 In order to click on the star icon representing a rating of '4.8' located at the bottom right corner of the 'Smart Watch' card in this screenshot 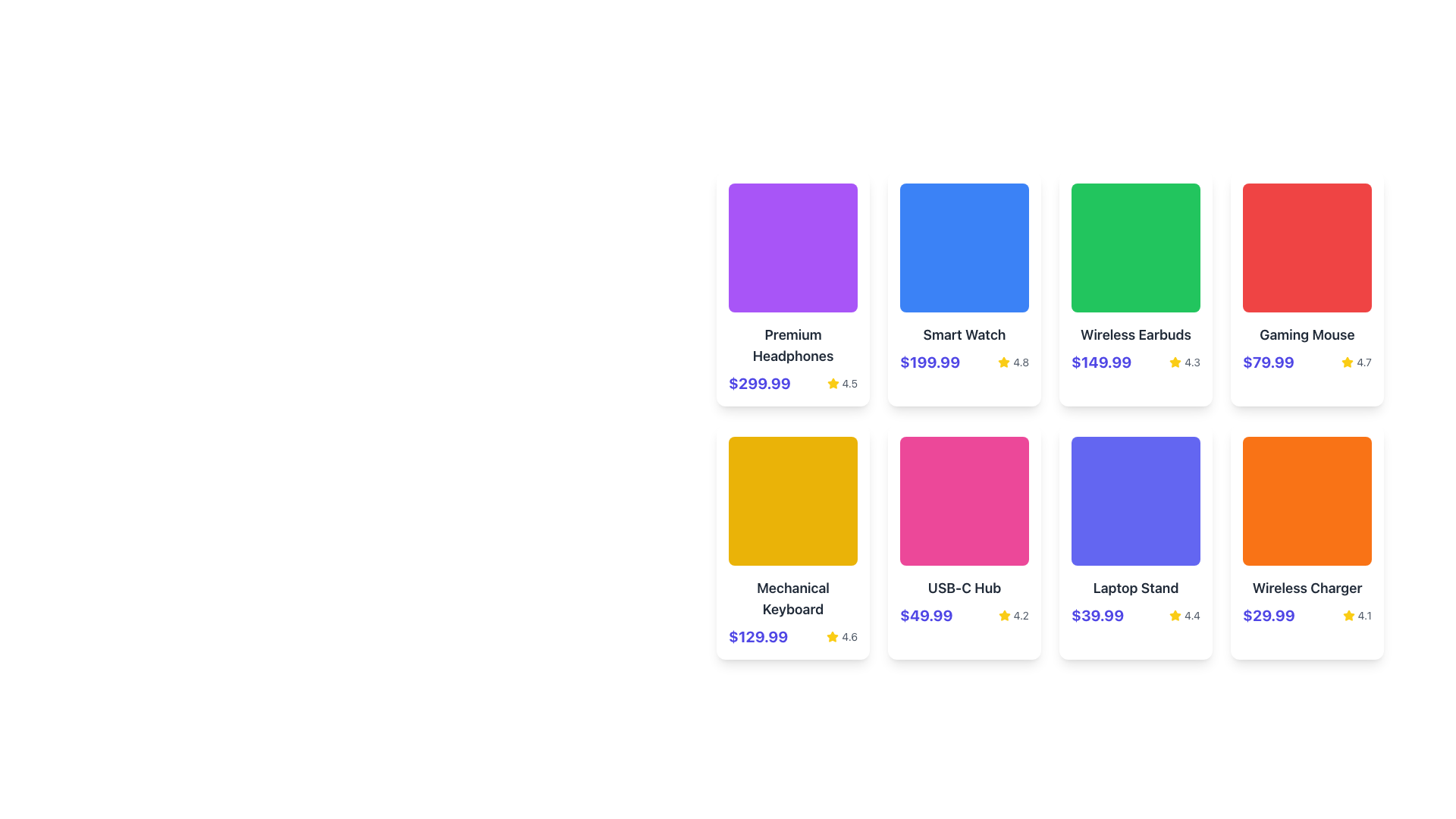, I will do `click(1004, 362)`.